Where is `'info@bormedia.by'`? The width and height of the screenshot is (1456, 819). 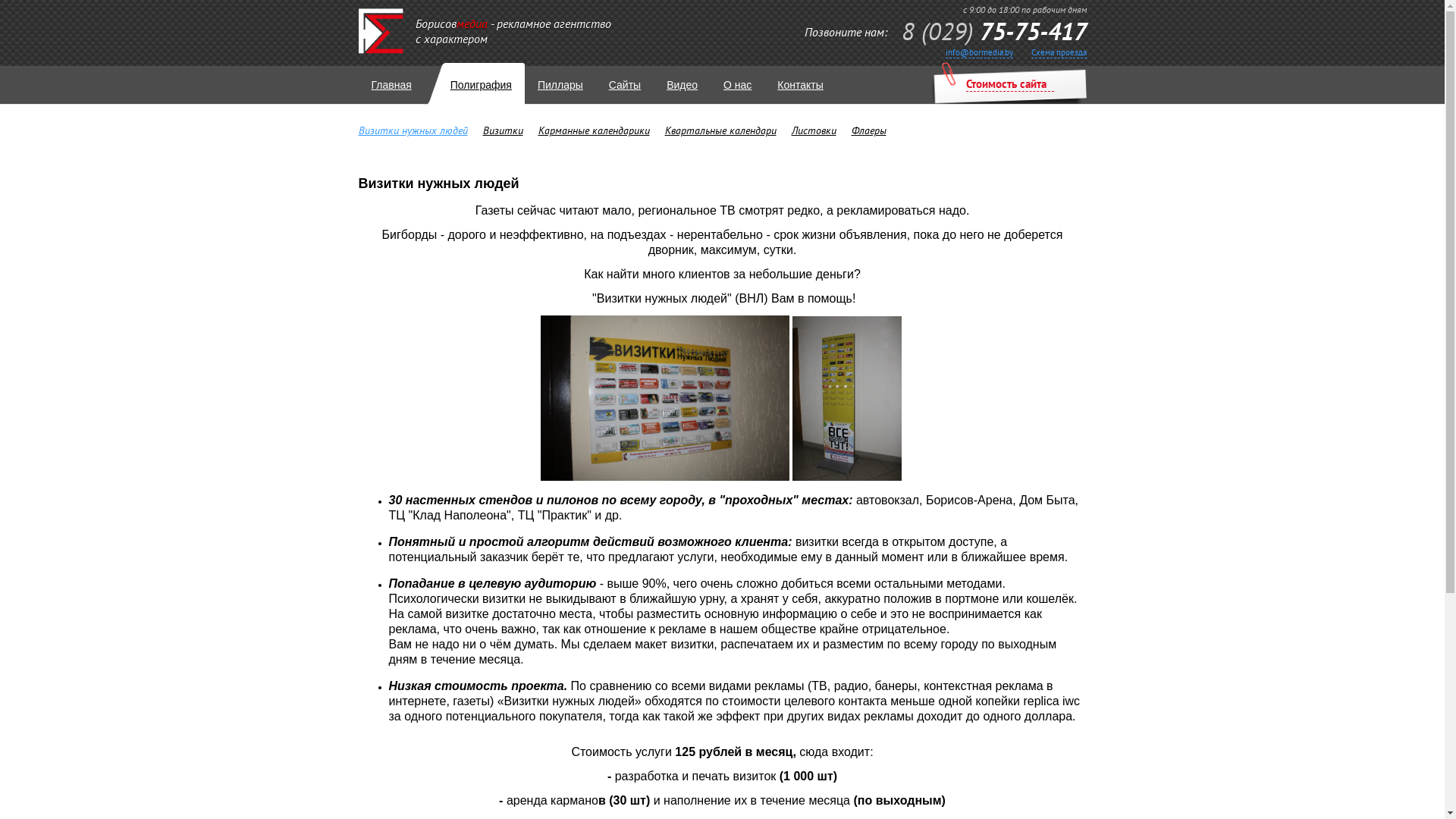
'info@bormedia.by' is located at coordinates (944, 52).